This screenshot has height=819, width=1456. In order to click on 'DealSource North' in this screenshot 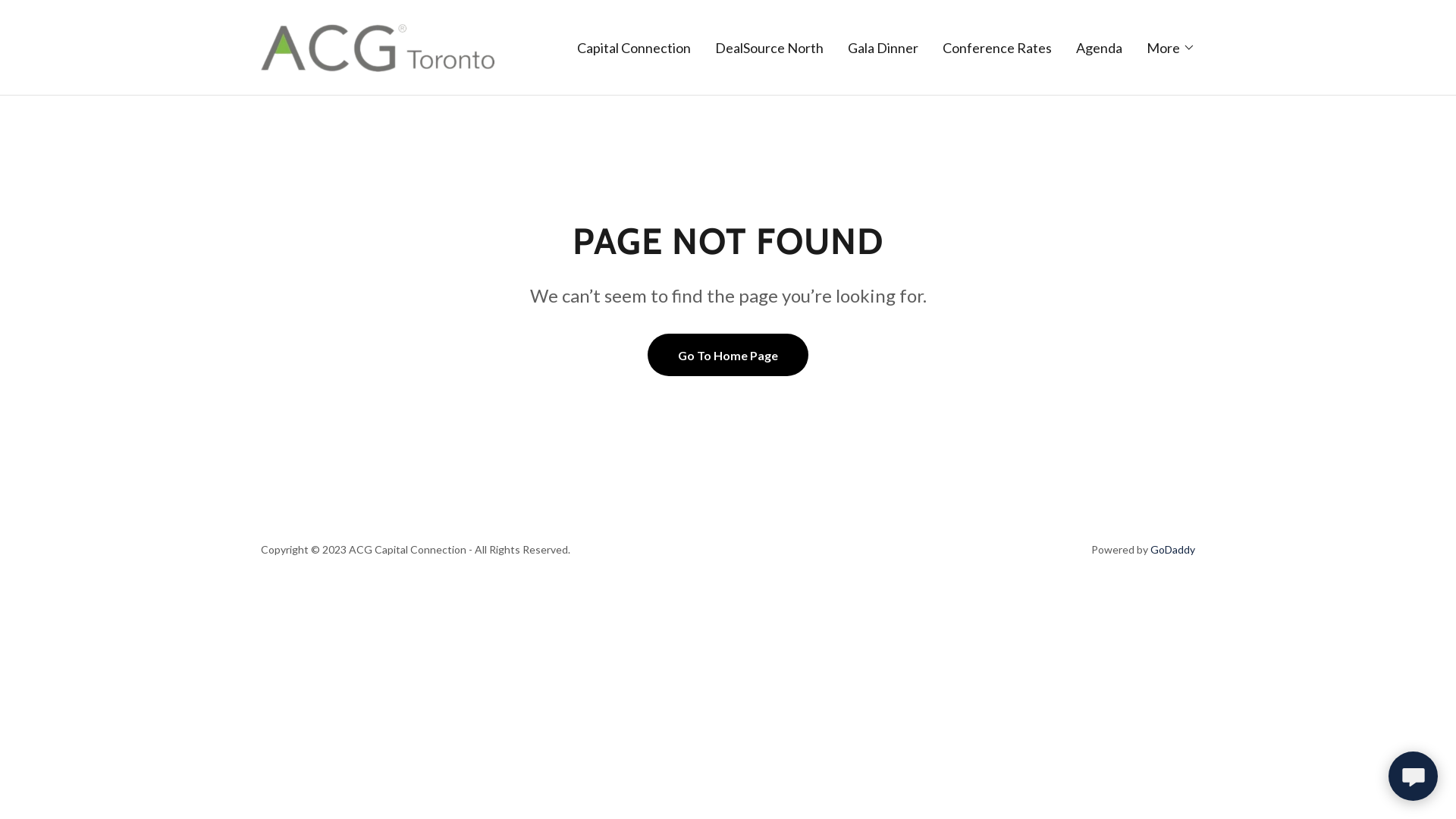, I will do `click(769, 45)`.